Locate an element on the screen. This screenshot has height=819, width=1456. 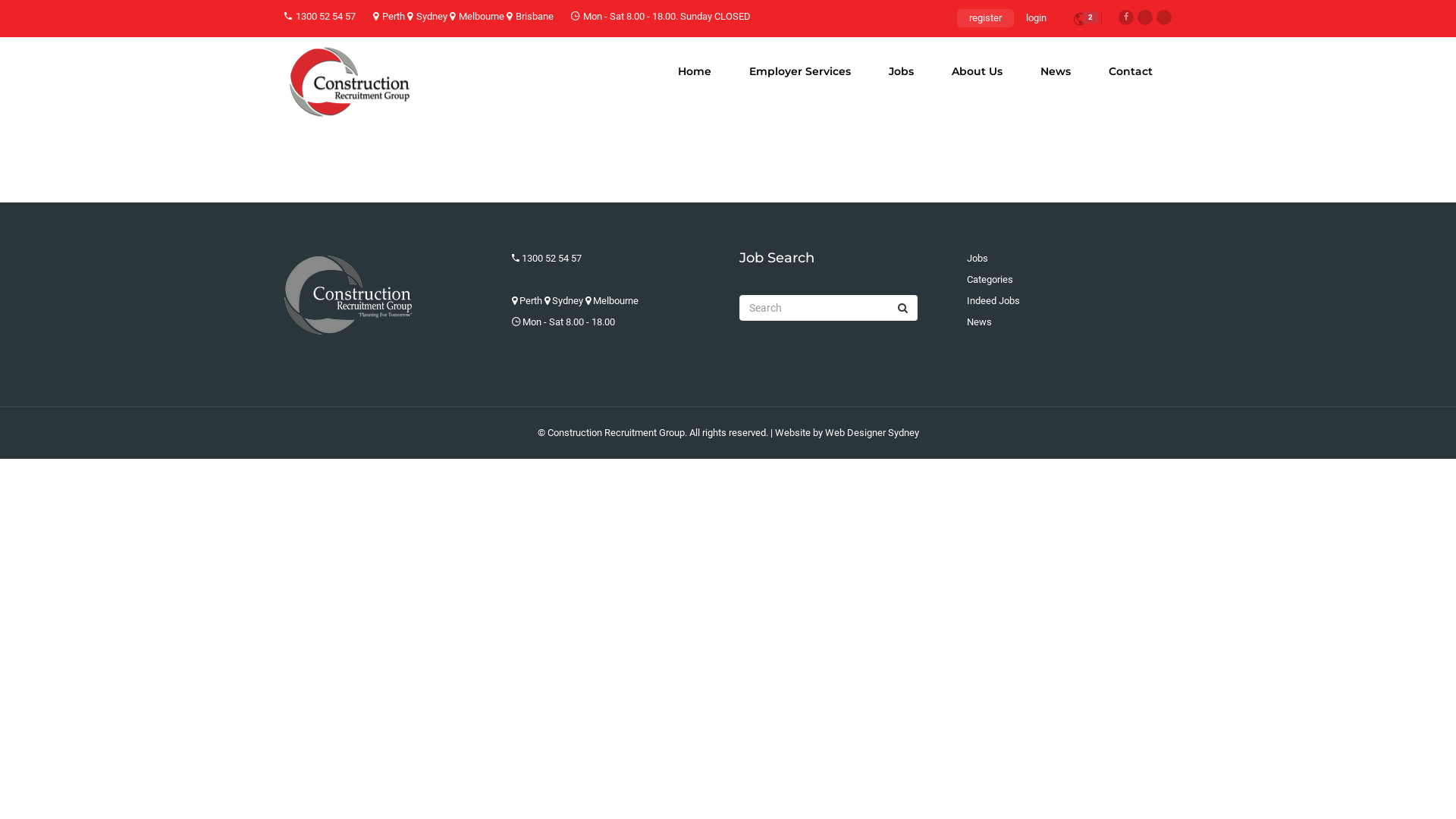
'Indeed Jobs' is located at coordinates (966, 300).